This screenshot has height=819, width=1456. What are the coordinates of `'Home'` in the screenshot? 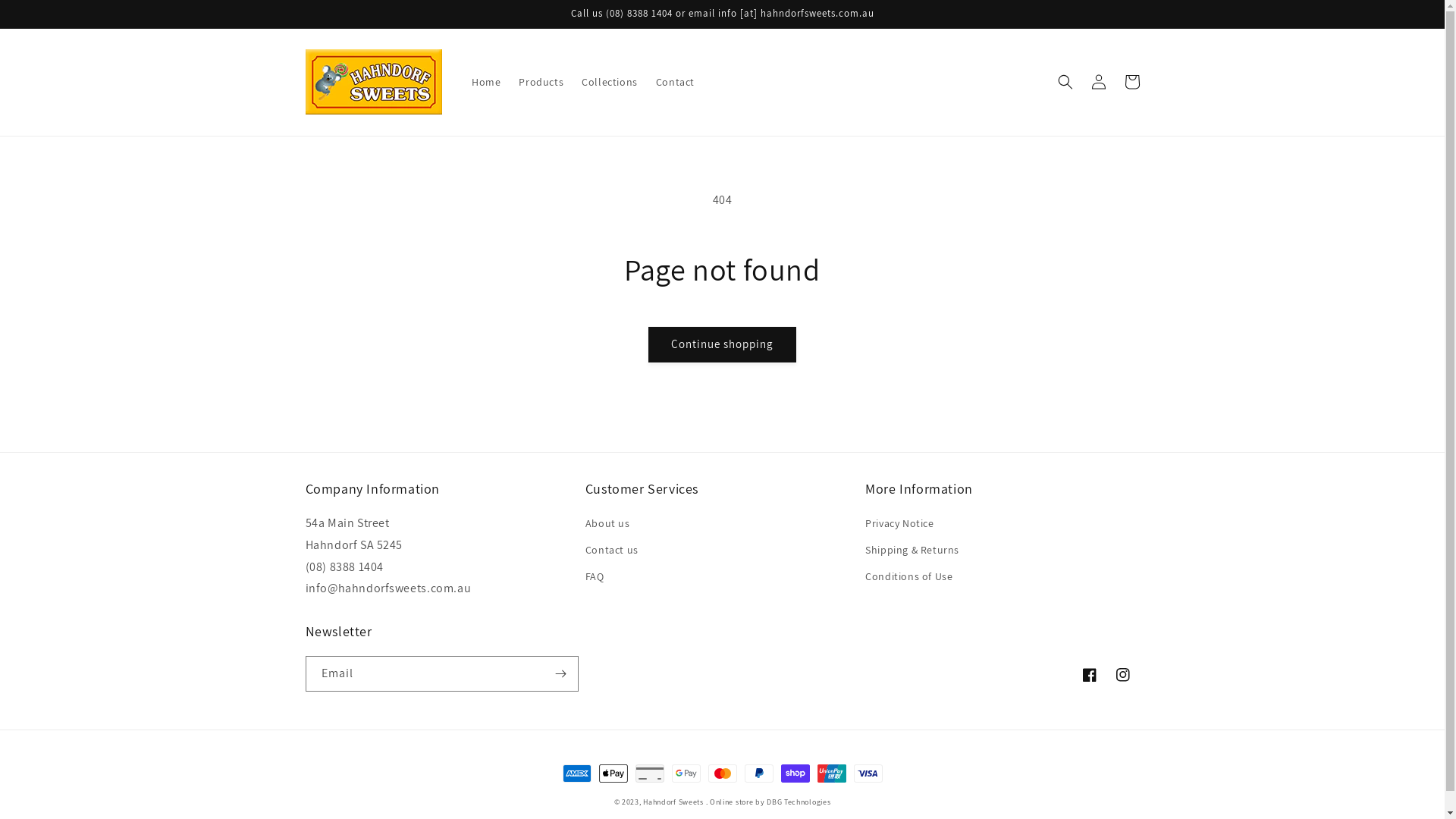 It's located at (461, 82).